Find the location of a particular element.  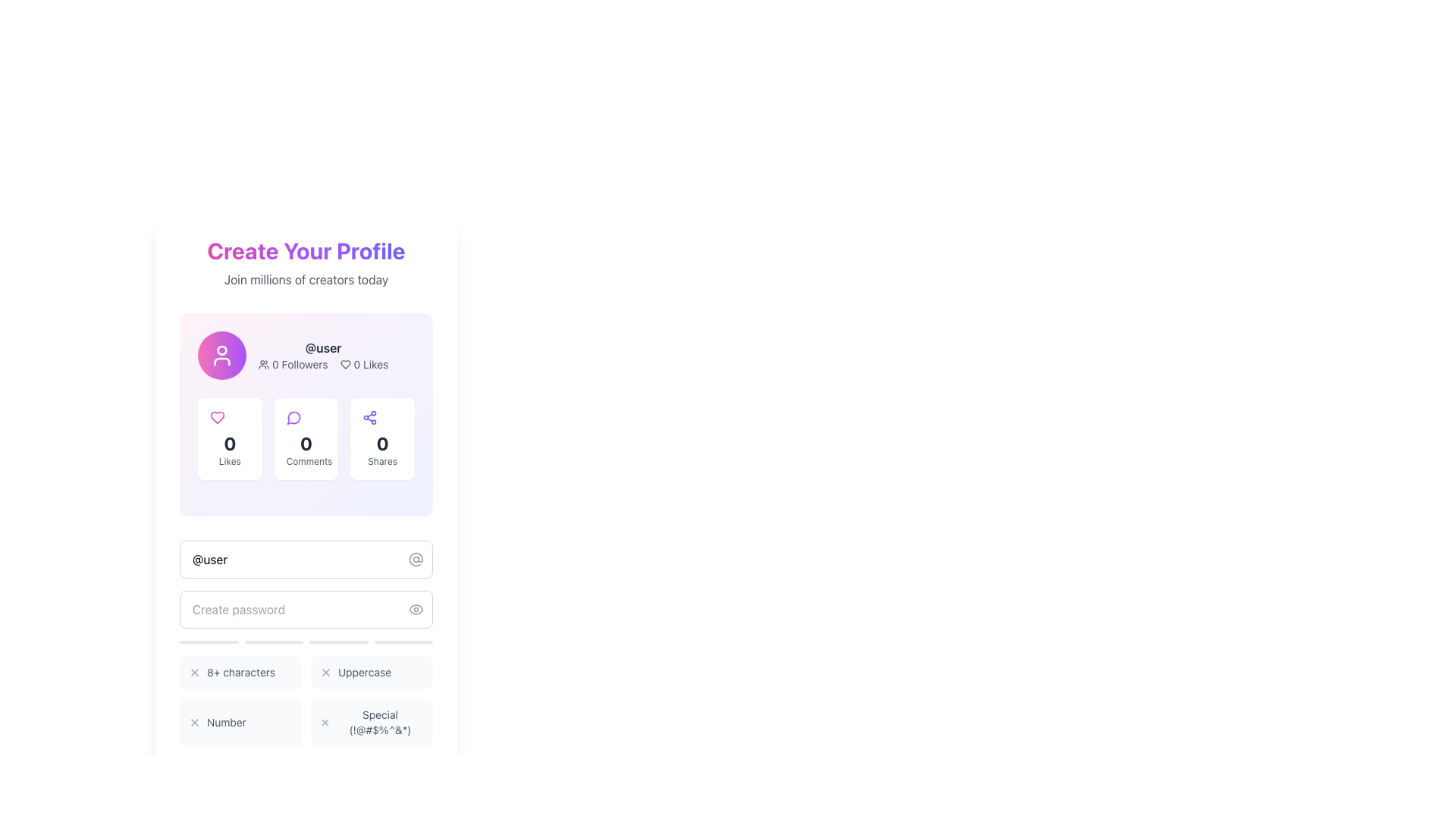

the progress bar that visually indicates the fulfillment of password requirements, positioned below the 'Create password' input field and above the grid of password requirements is located at coordinates (305, 642).